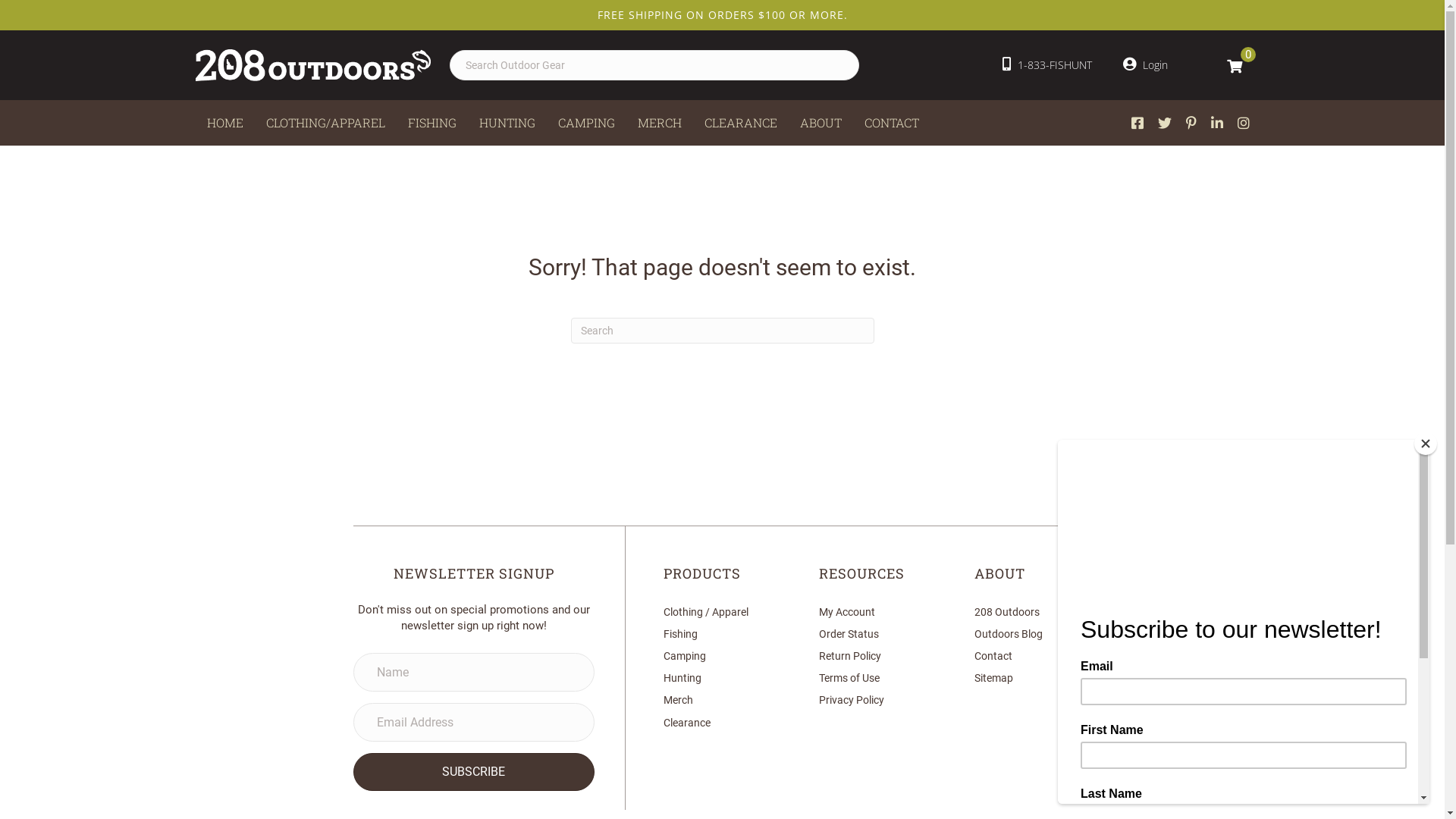 The height and width of the screenshot is (819, 1456). Describe the element at coordinates (679, 634) in the screenshot. I see `'Fishing'` at that location.